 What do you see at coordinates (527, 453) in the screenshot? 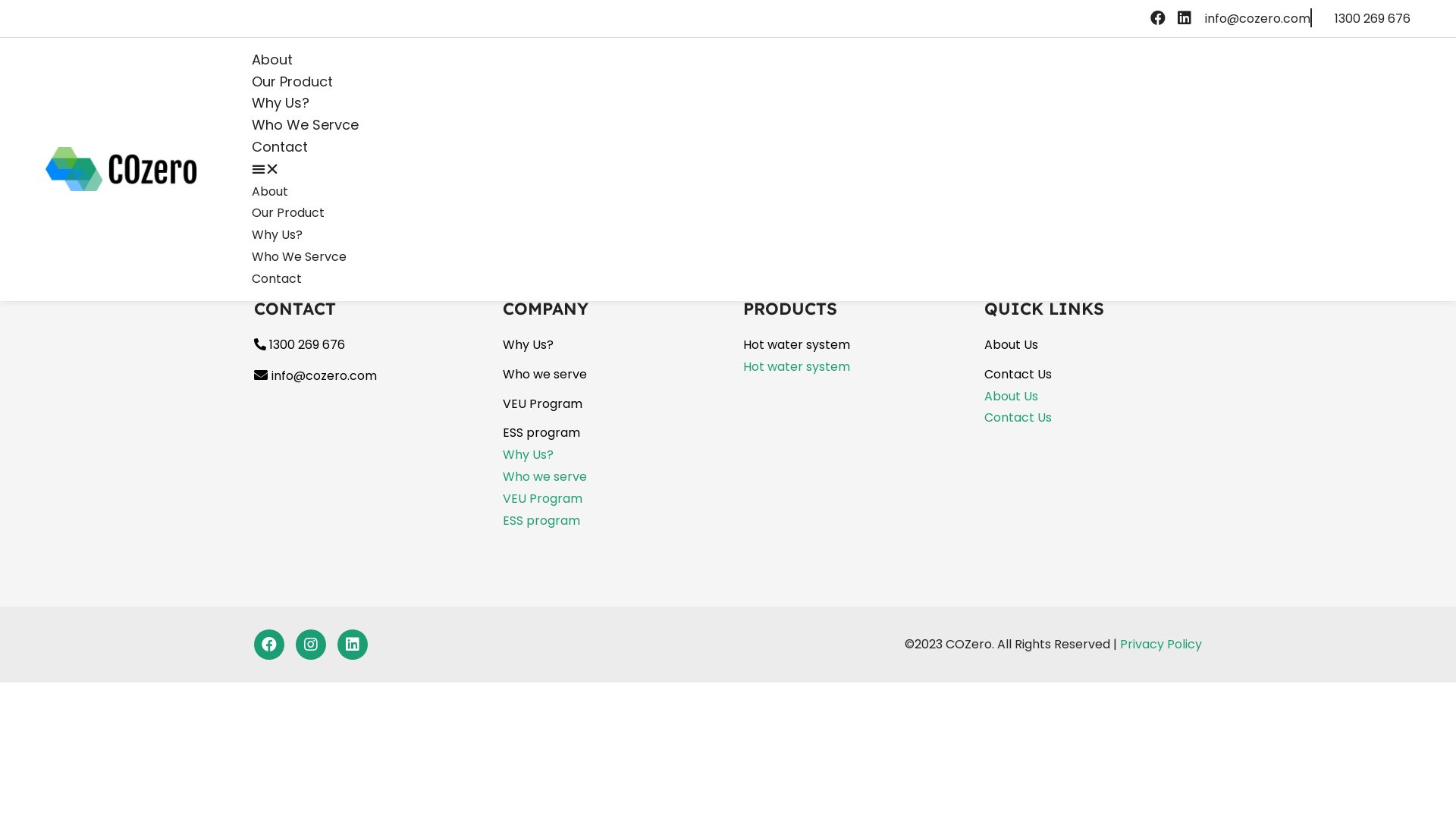
I see `'Why Us?'` at bounding box center [527, 453].